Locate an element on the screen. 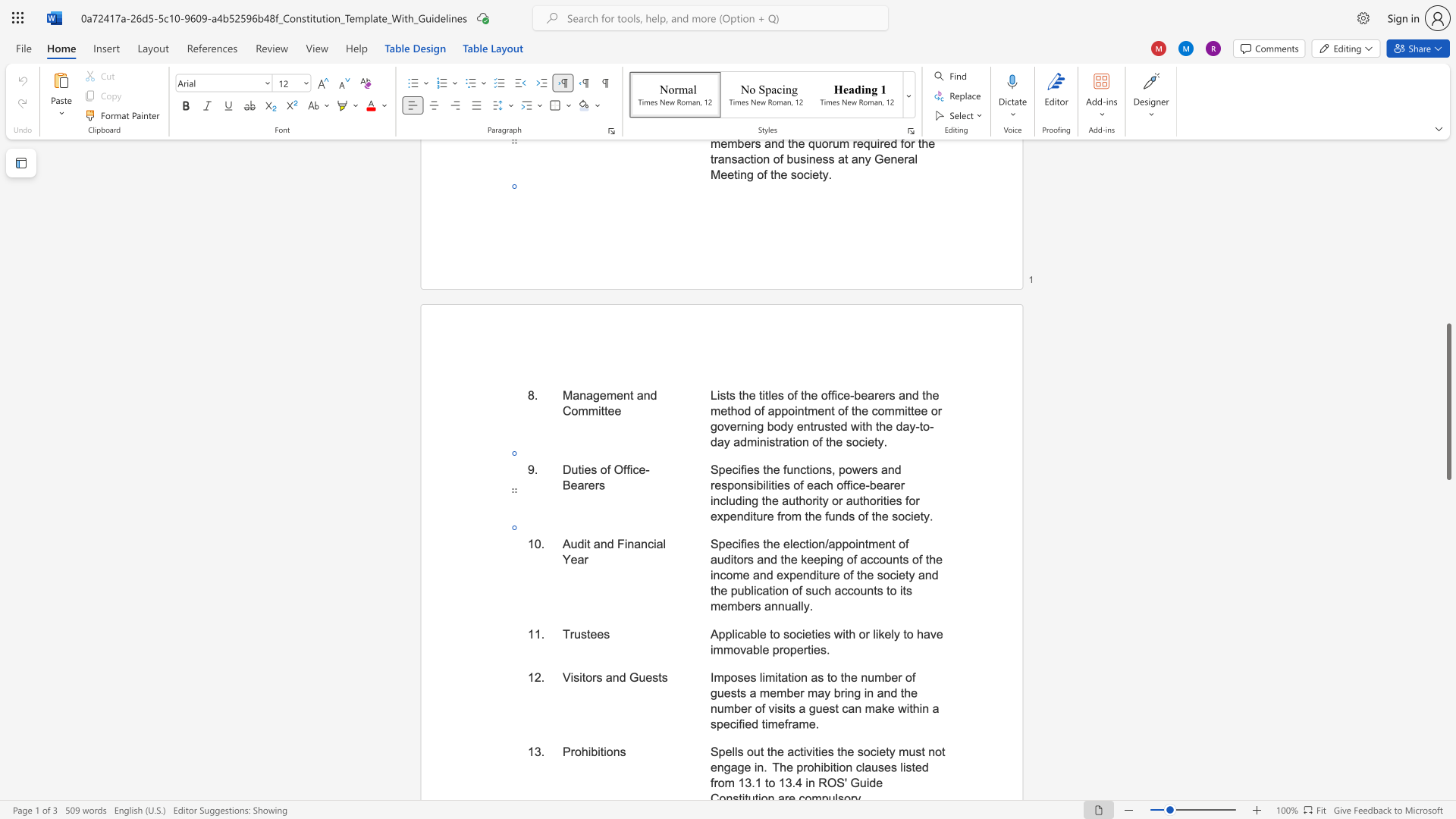 Image resolution: width=1456 pixels, height=819 pixels. the space between the continuous character "n" and "d" in the text is located at coordinates (607, 543).